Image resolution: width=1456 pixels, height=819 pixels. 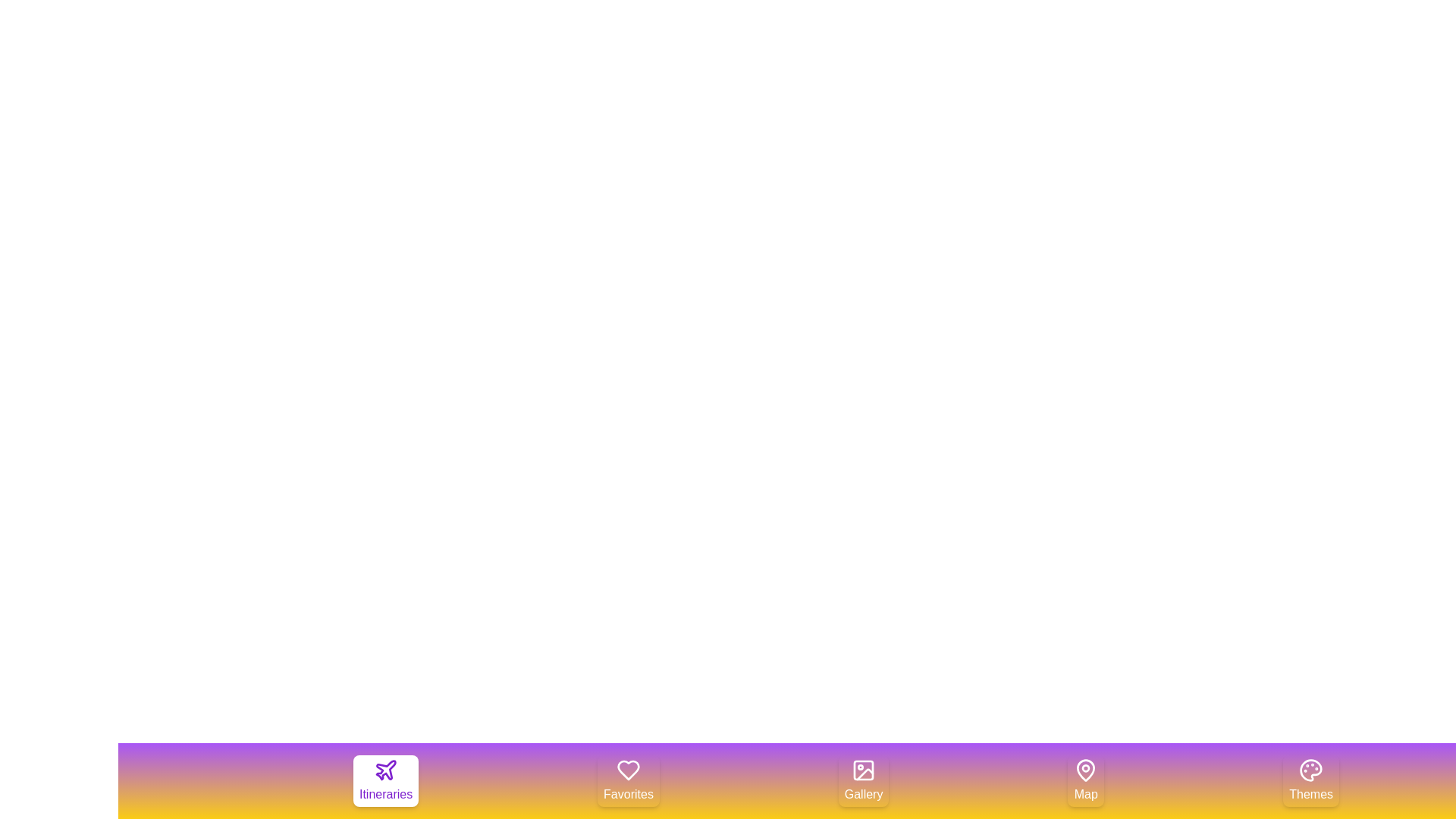 I want to click on the tab labeled Favorites to observe its hover effect, so click(x=629, y=780).